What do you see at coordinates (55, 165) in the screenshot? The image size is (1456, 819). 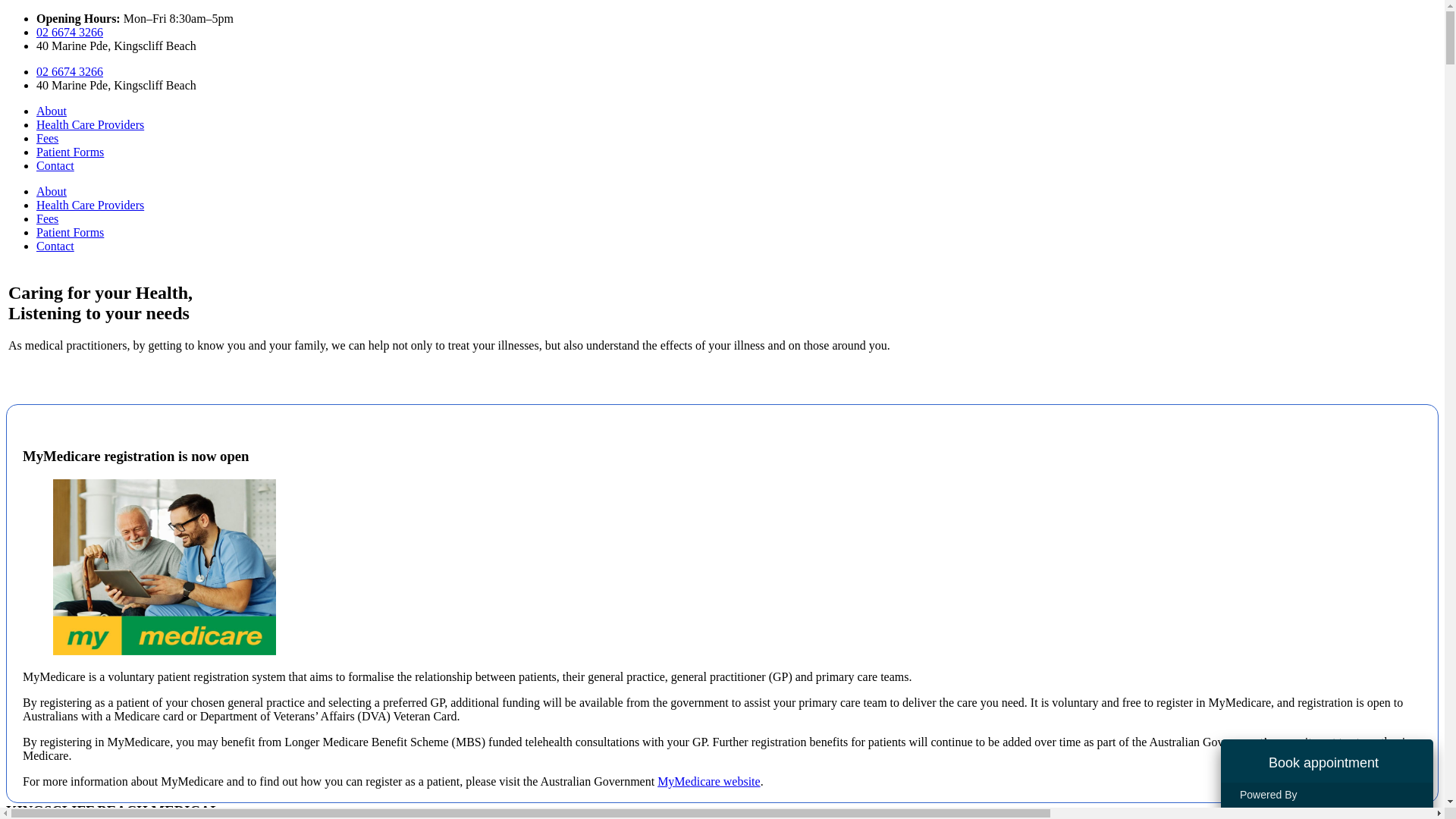 I see `'Contact'` at bounding box center [55, 165].